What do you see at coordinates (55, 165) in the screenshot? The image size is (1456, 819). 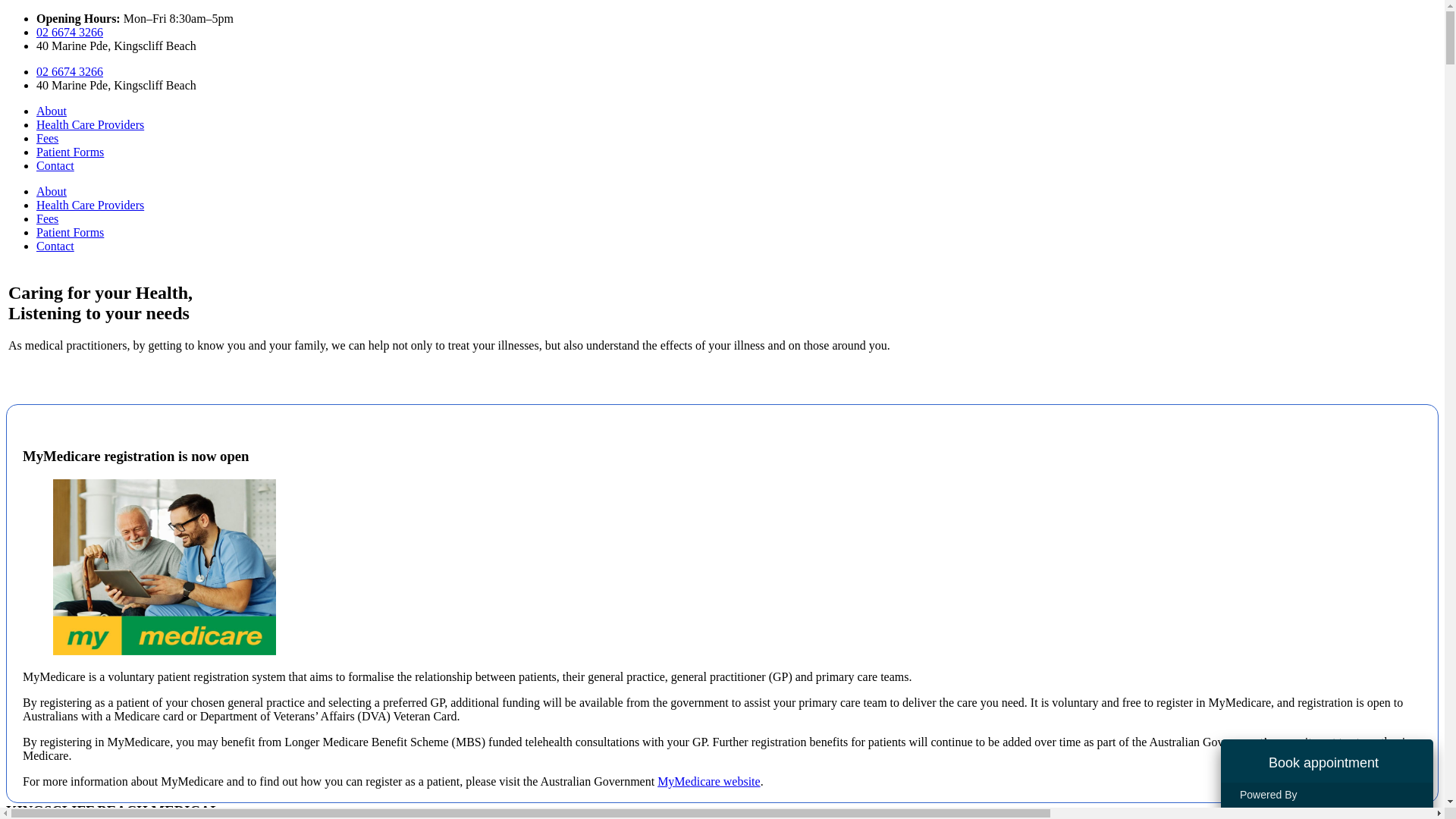 I see `'Contact'` at bounding box center [55, 165].